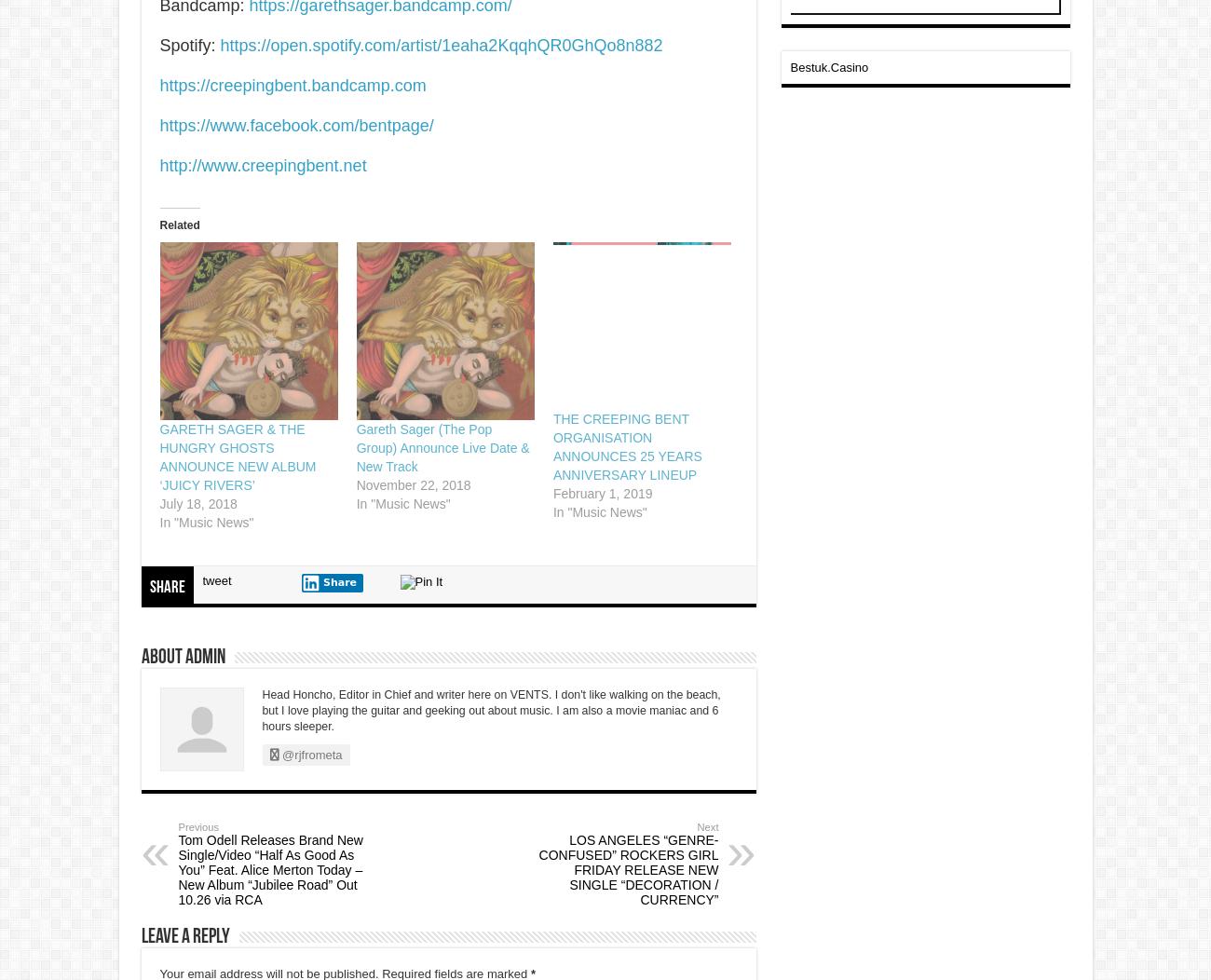  I want to click on 'https://www.facebook.com/bentpage/', so click(295, 124).